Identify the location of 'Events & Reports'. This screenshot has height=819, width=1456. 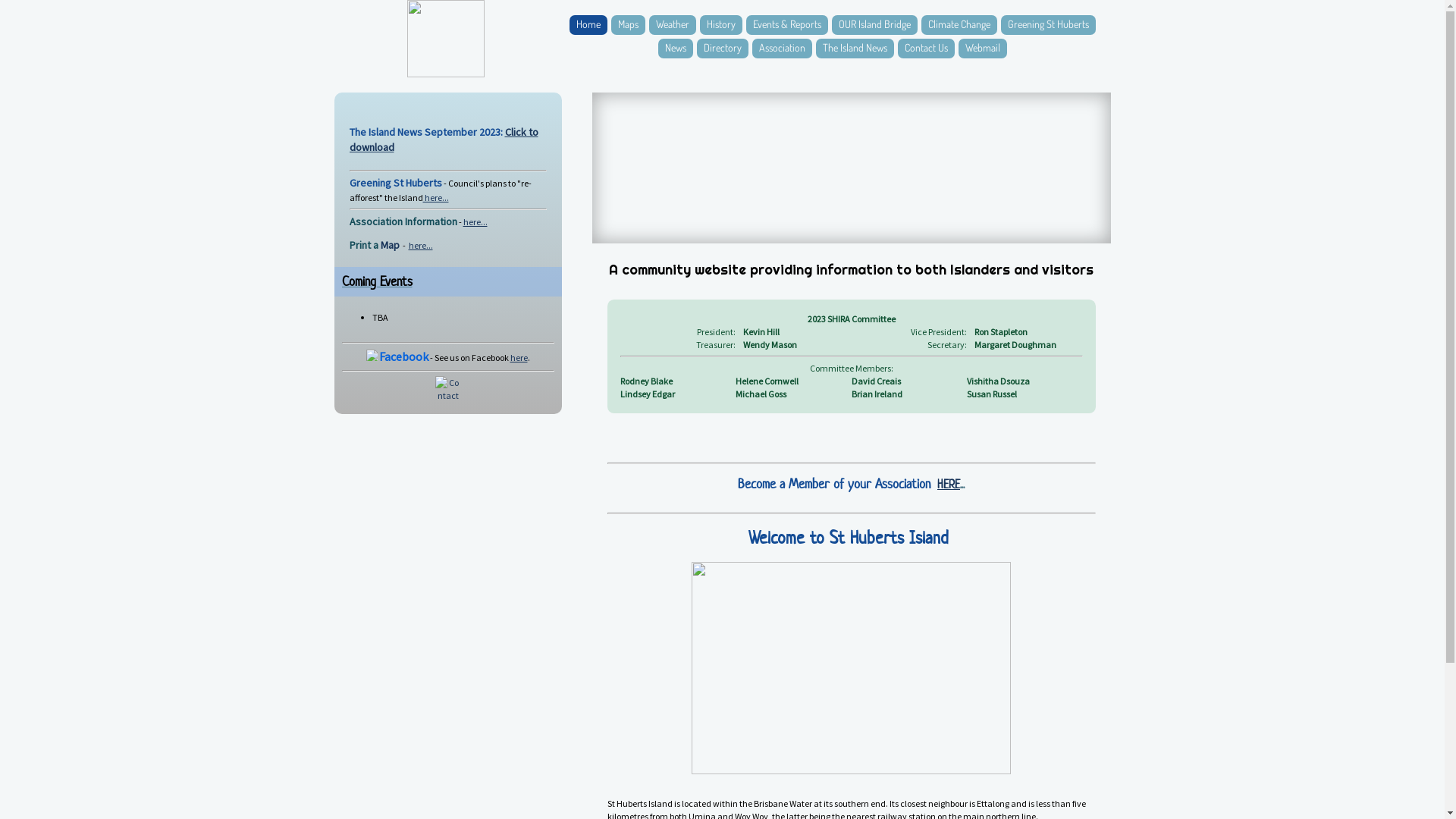
(786, 25).